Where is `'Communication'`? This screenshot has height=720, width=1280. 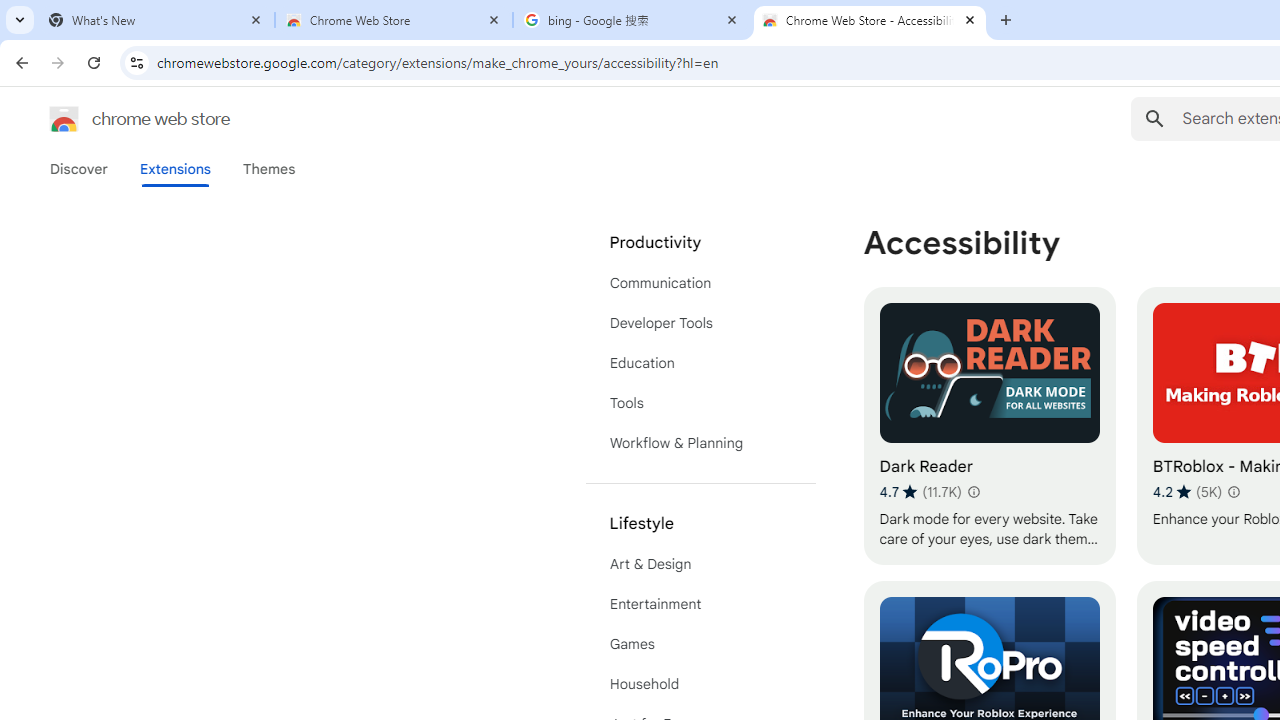
'Communication' is located at coordinates (700, 282).